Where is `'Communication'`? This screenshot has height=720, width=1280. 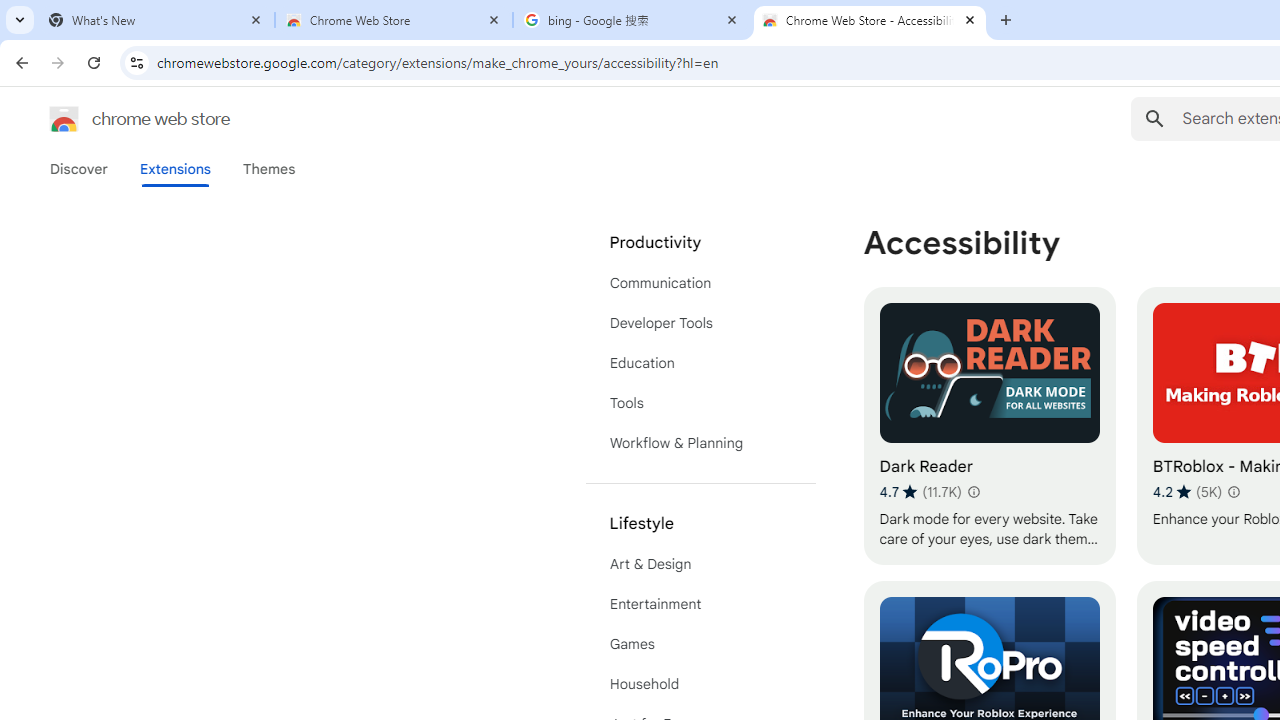
'Communication' is located at coordinates (700, 282).